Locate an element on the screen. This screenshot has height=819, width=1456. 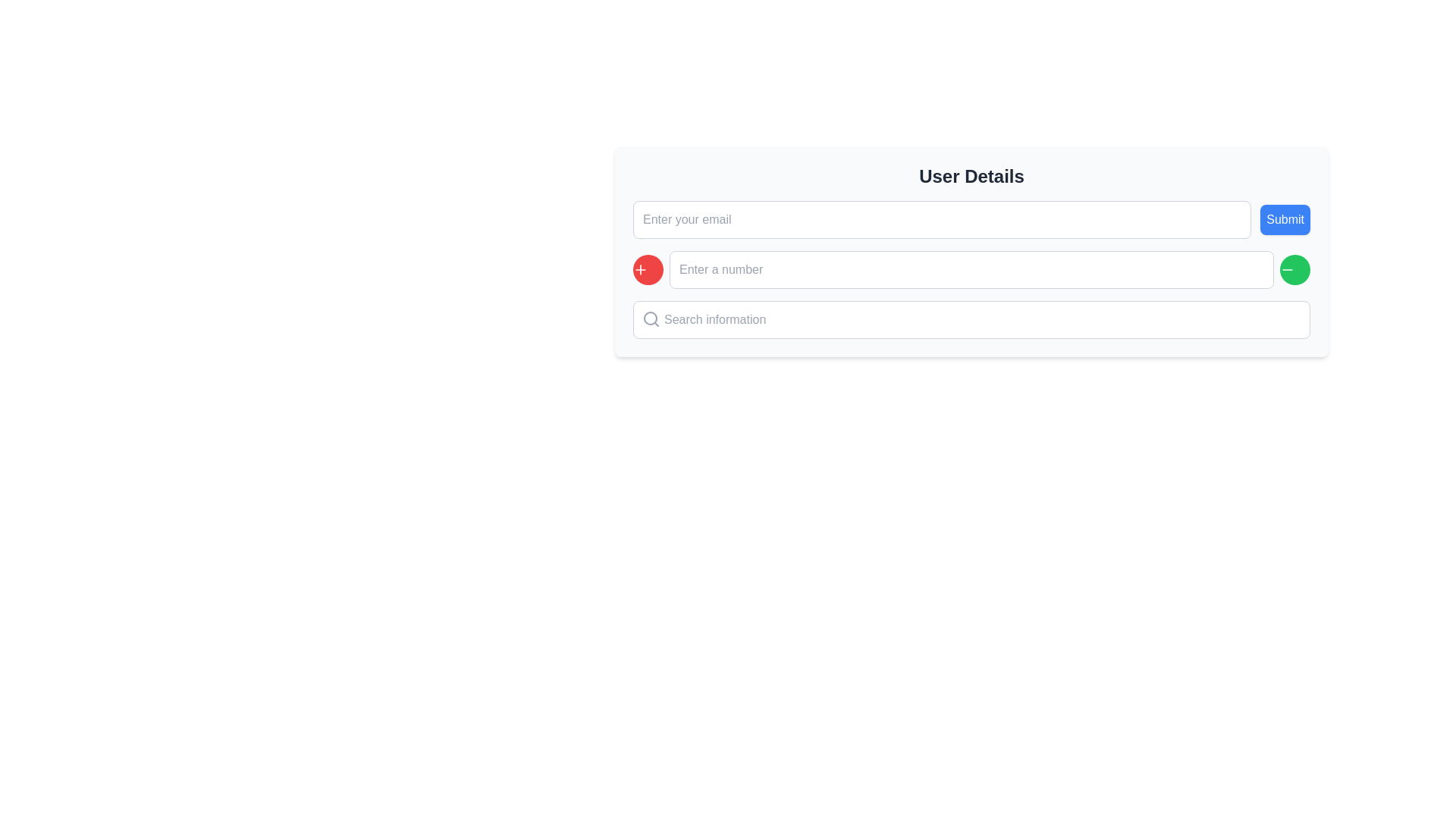
the green circular button icon located to the right of the 'Enter a number' text input field is located at coordinates (1287, 268).